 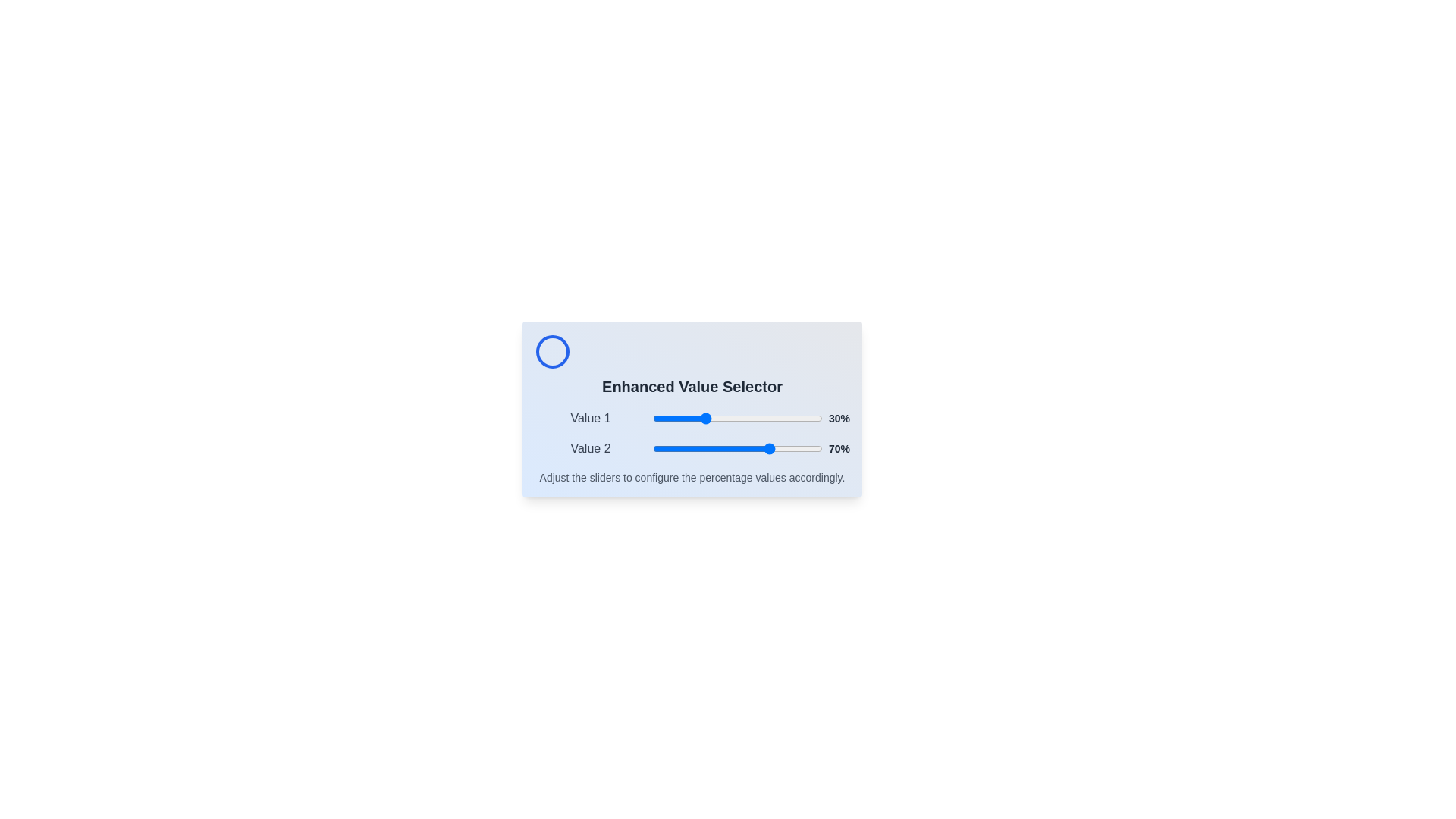 I want to click on the circular icon in the header, so click(x=552, y=351).